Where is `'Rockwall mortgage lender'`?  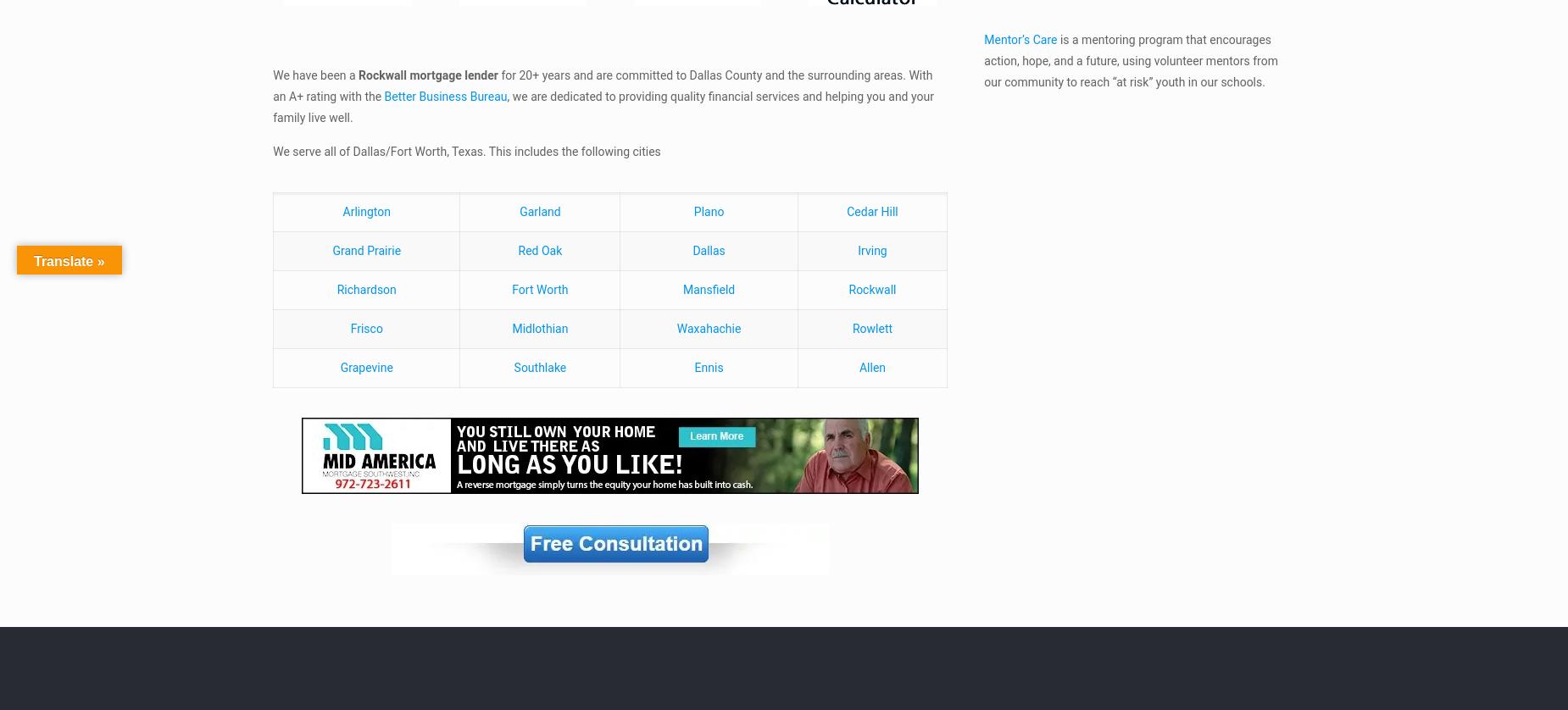 'Rockwall mortgage lender' is located at coordinates (428, 74).